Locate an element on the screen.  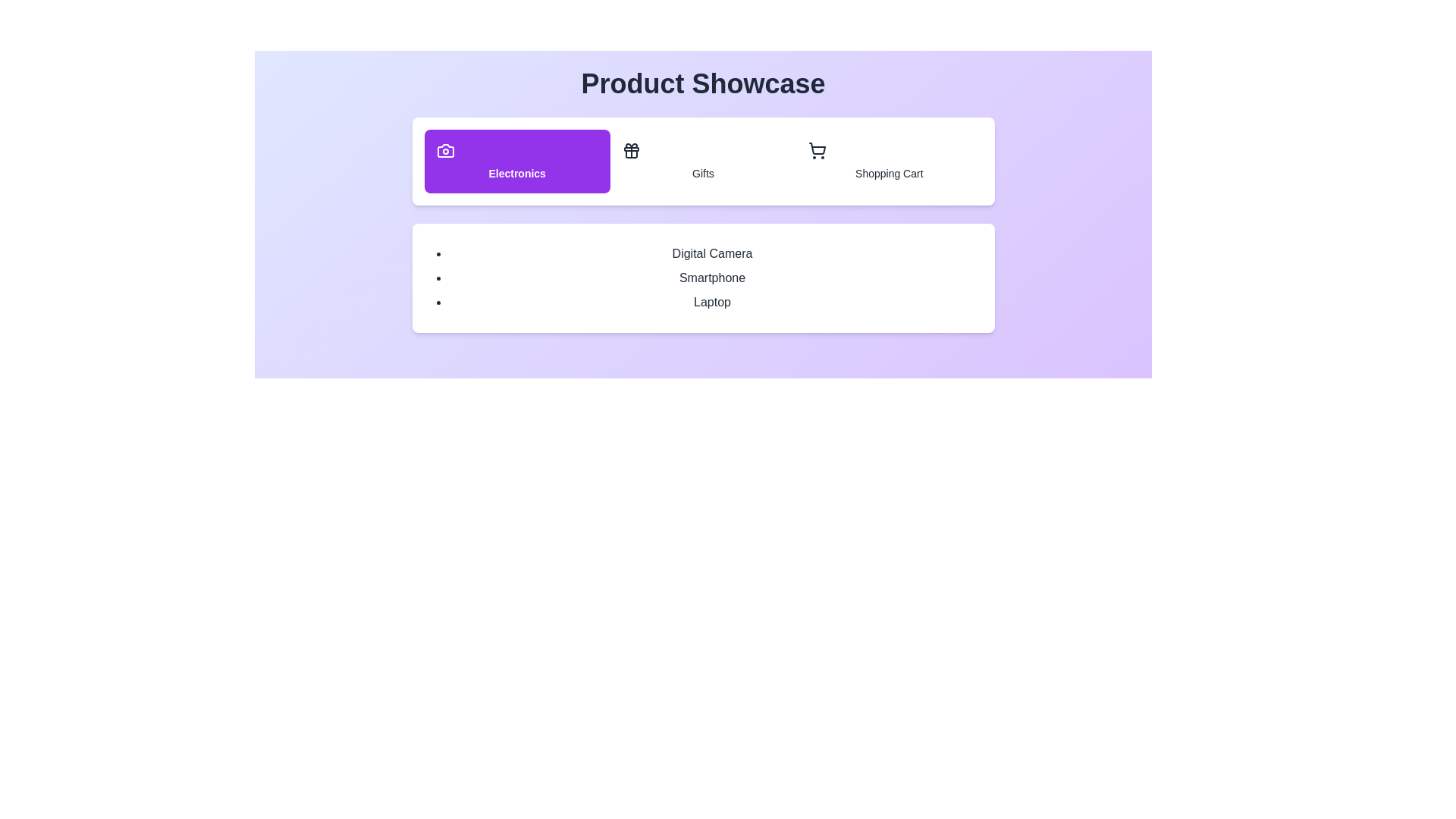
the text element displaying 'Smartphone', which is the second item in the vertically arranged list under the 'Electronics' section is located at coordinates (711, 278).